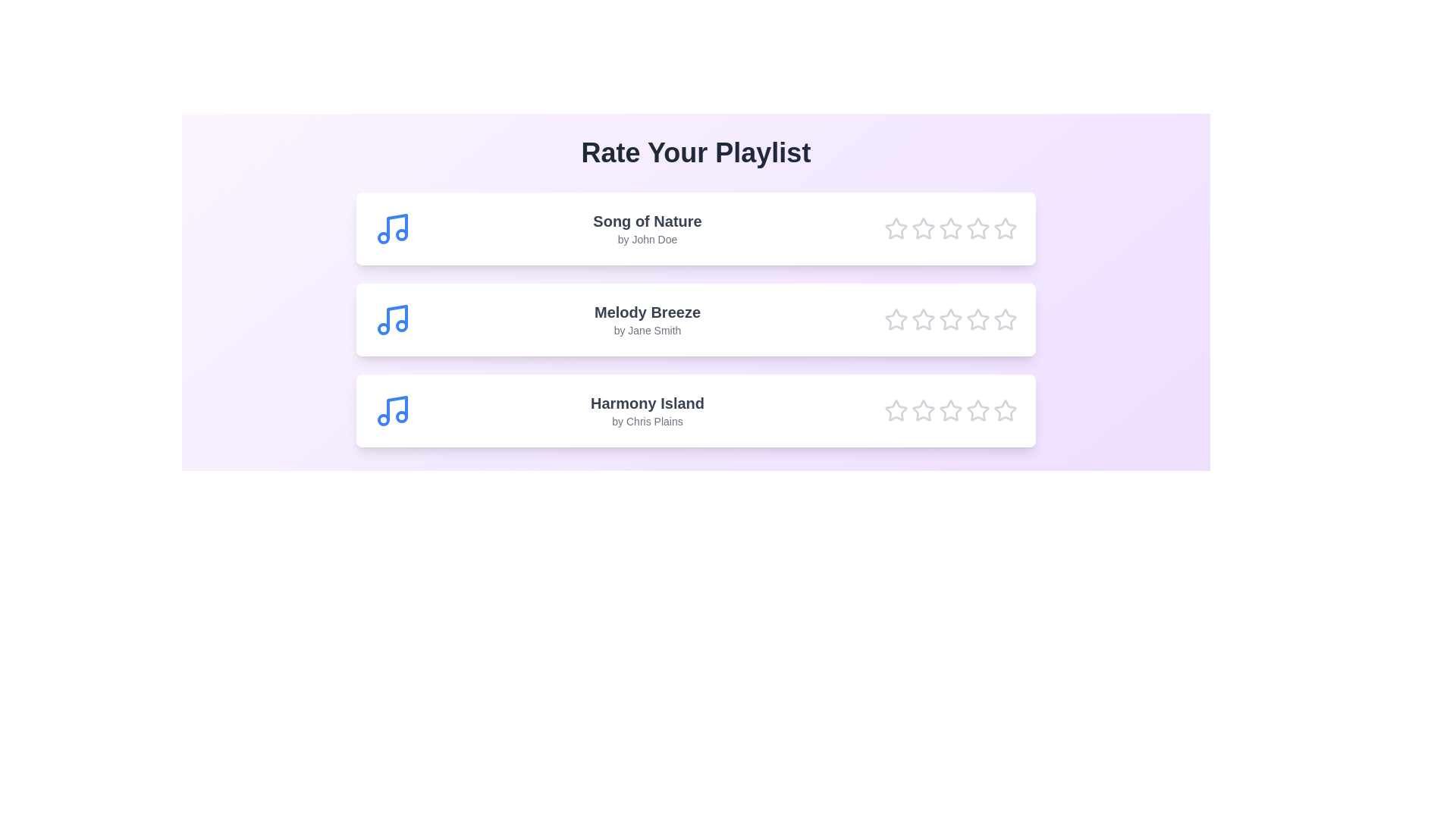  Describe the element at coordinates (1005, 228) in the screenshot. I see `the star corresponding to 5 for the song Song of Nature` at that location.